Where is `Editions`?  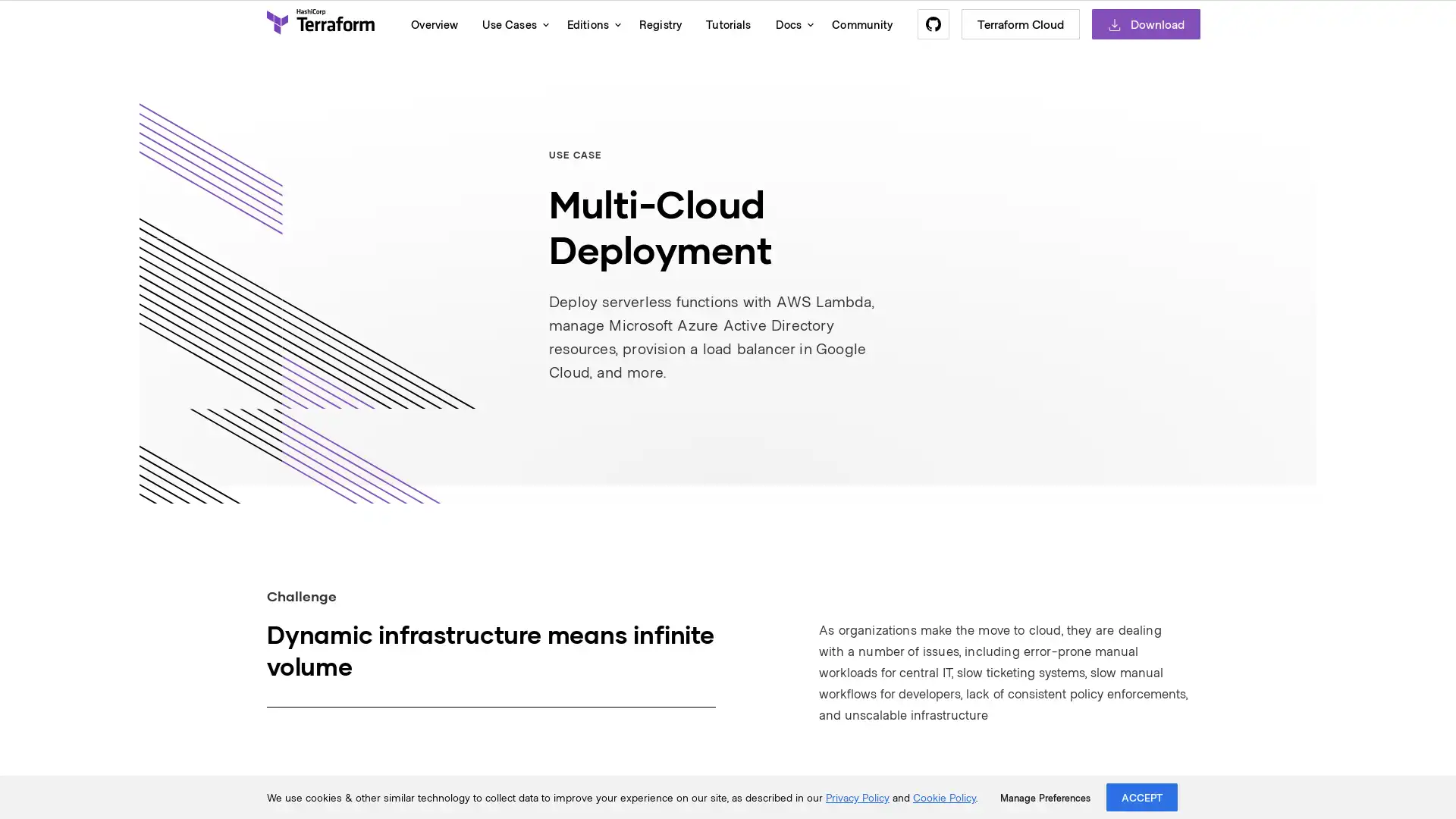 Editions is located at coordinates (589, 24).